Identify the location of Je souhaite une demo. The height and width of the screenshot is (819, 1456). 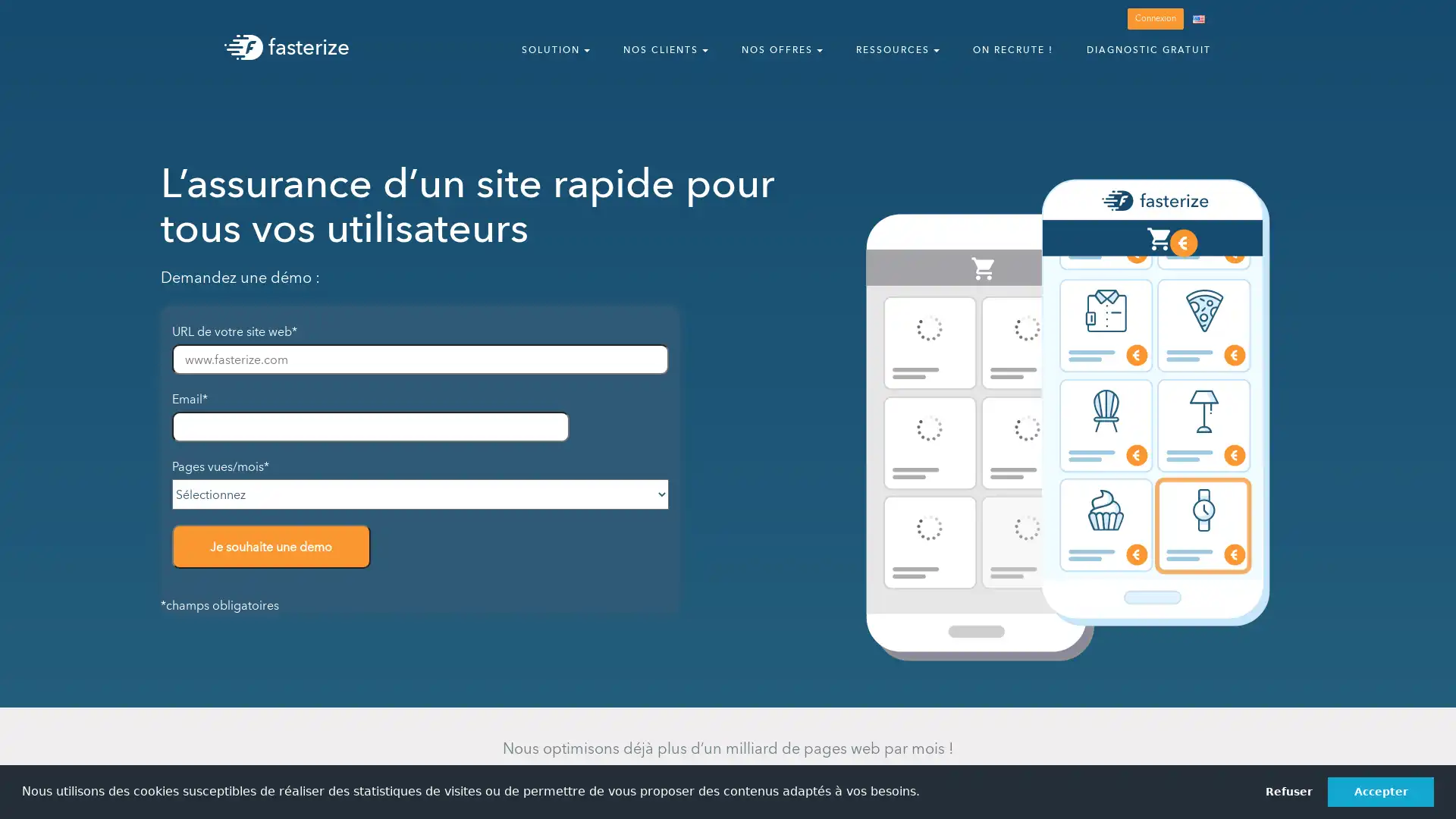
(271, 546).